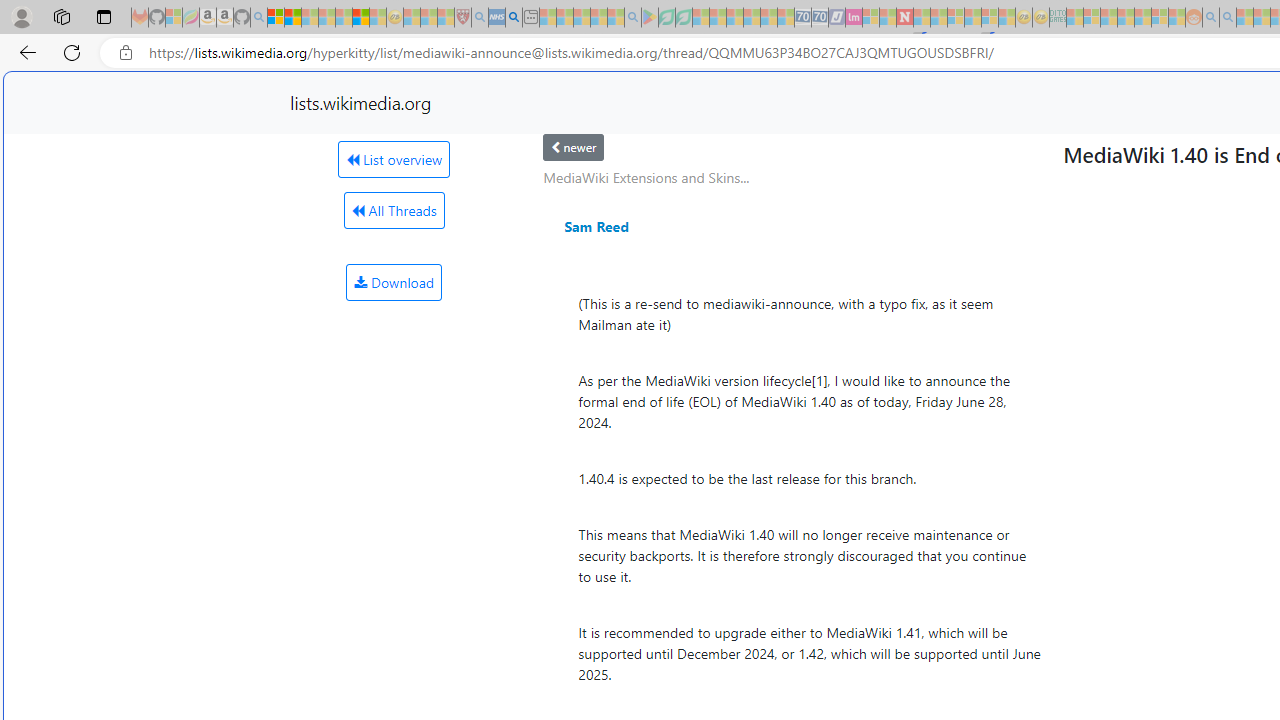  I want to click on 'New Report Confirms 2023 Was Record Hot | Watch - Sleeping', so click(343, 17).